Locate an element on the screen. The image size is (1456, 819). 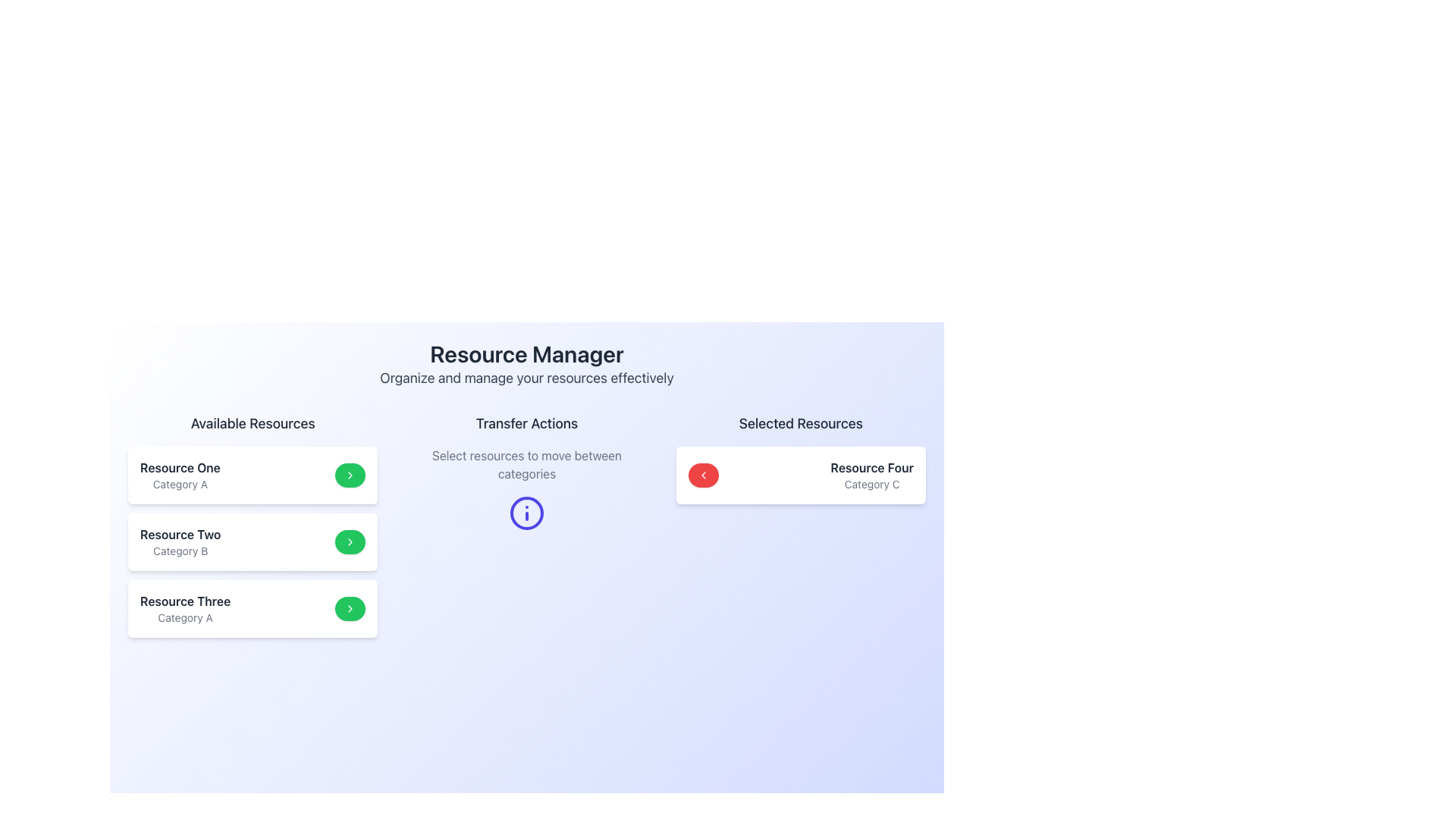
the textual display component representing 'Resource Two' categorized as 'Category B', which is the second of three similar components listed vertically under 'Available Resources' is located at coordinates (180, 541).